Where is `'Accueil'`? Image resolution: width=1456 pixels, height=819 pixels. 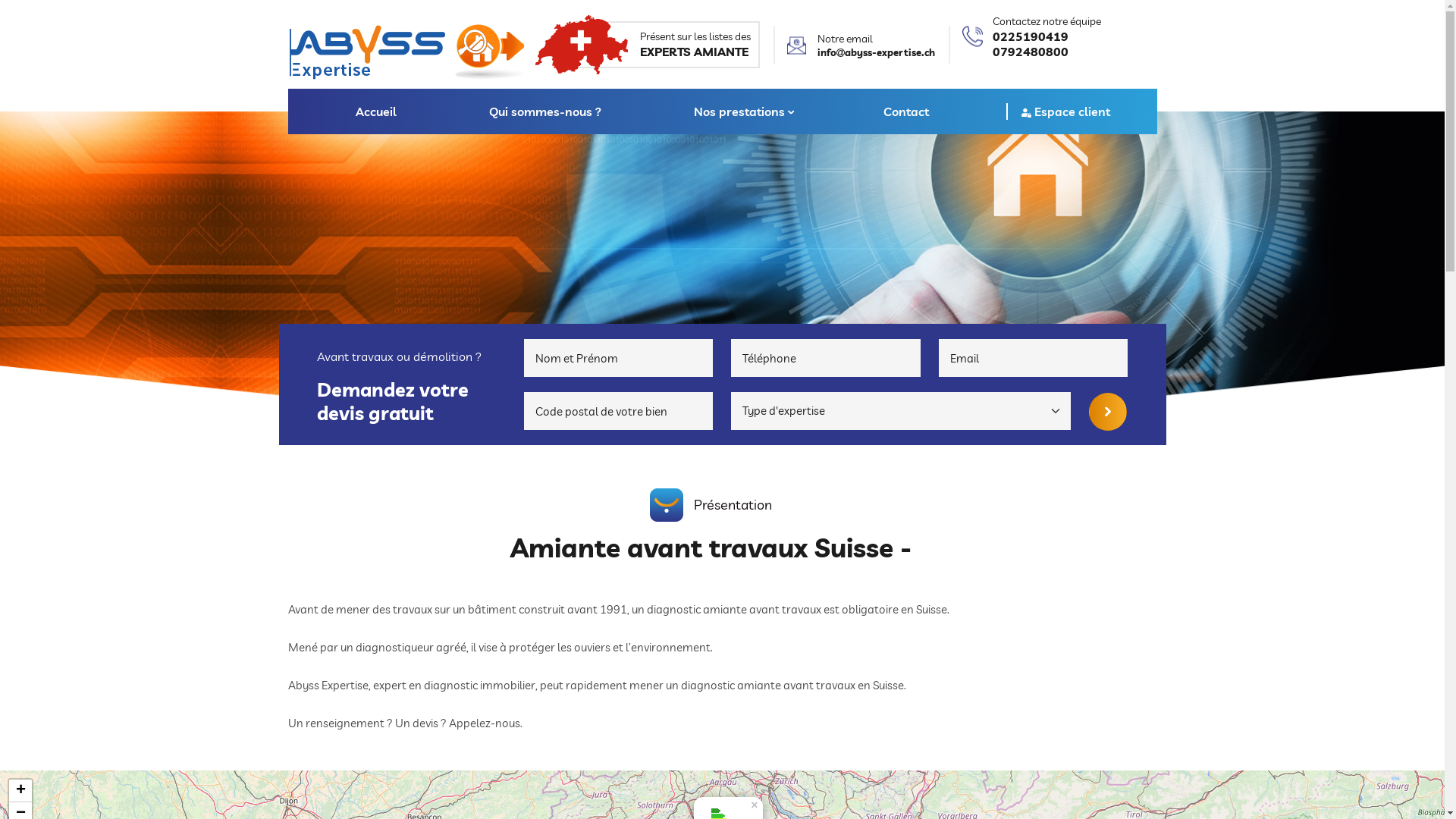 'Accueil' is located at coordinates (375, 110).